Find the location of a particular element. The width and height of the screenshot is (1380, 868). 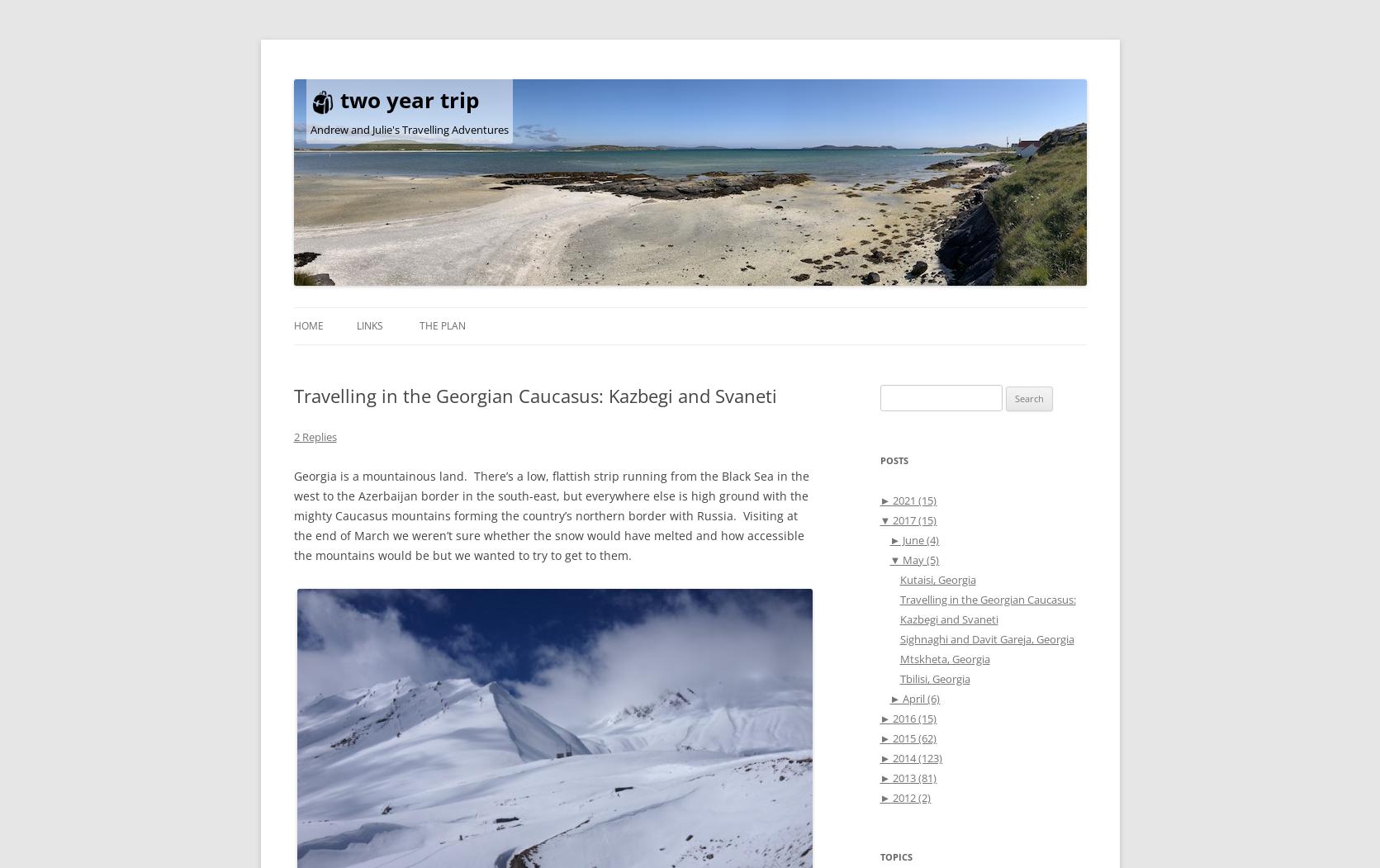

'2012 (2)' is located at coordinates (909, 796).